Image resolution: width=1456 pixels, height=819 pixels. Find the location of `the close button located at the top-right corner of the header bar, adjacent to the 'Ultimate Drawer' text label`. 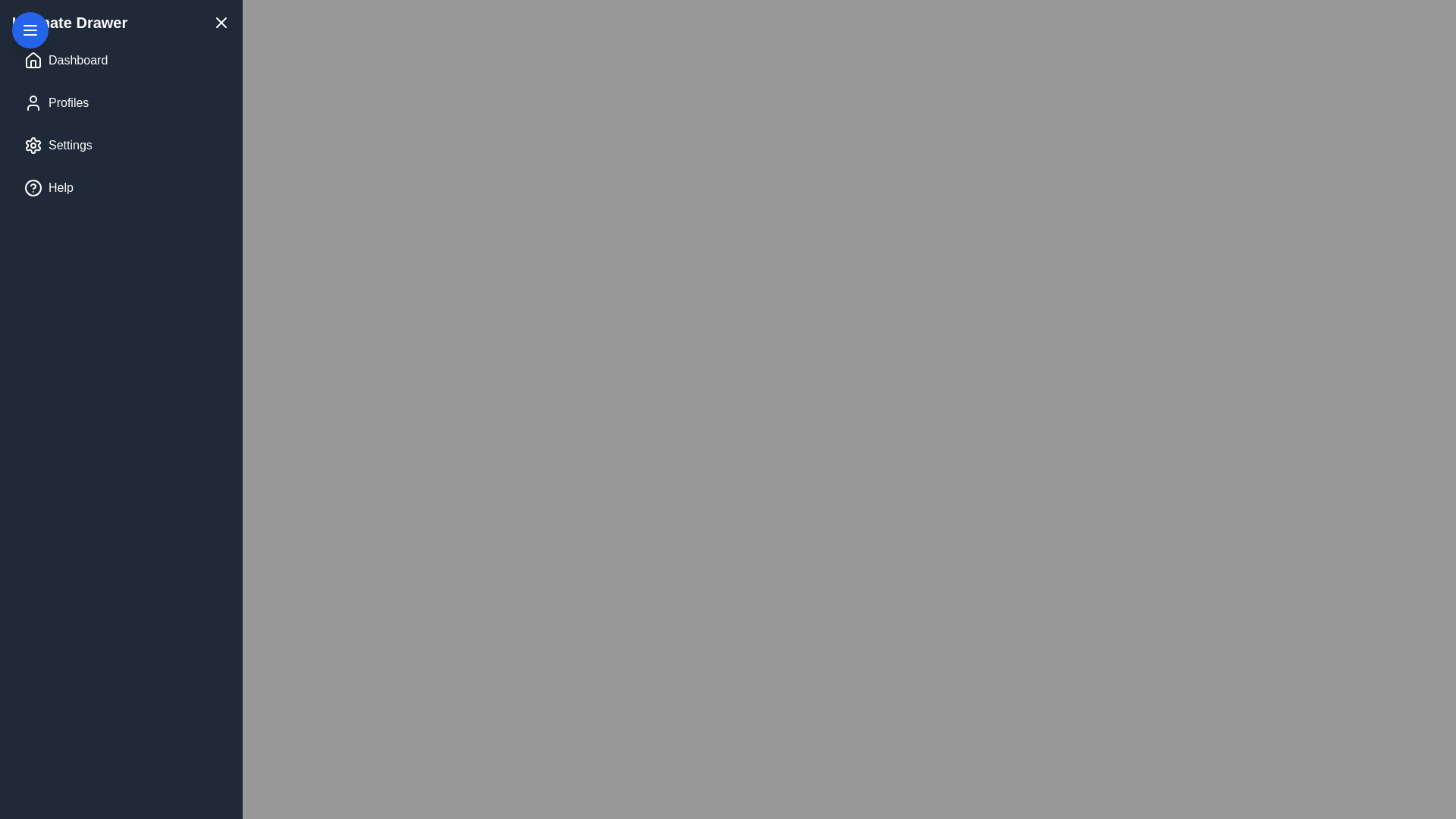

the close button located at the top-right corner of the header bar, adjacent to the 'Ultimate Drawer' text label is located at coordinates (221, 23).